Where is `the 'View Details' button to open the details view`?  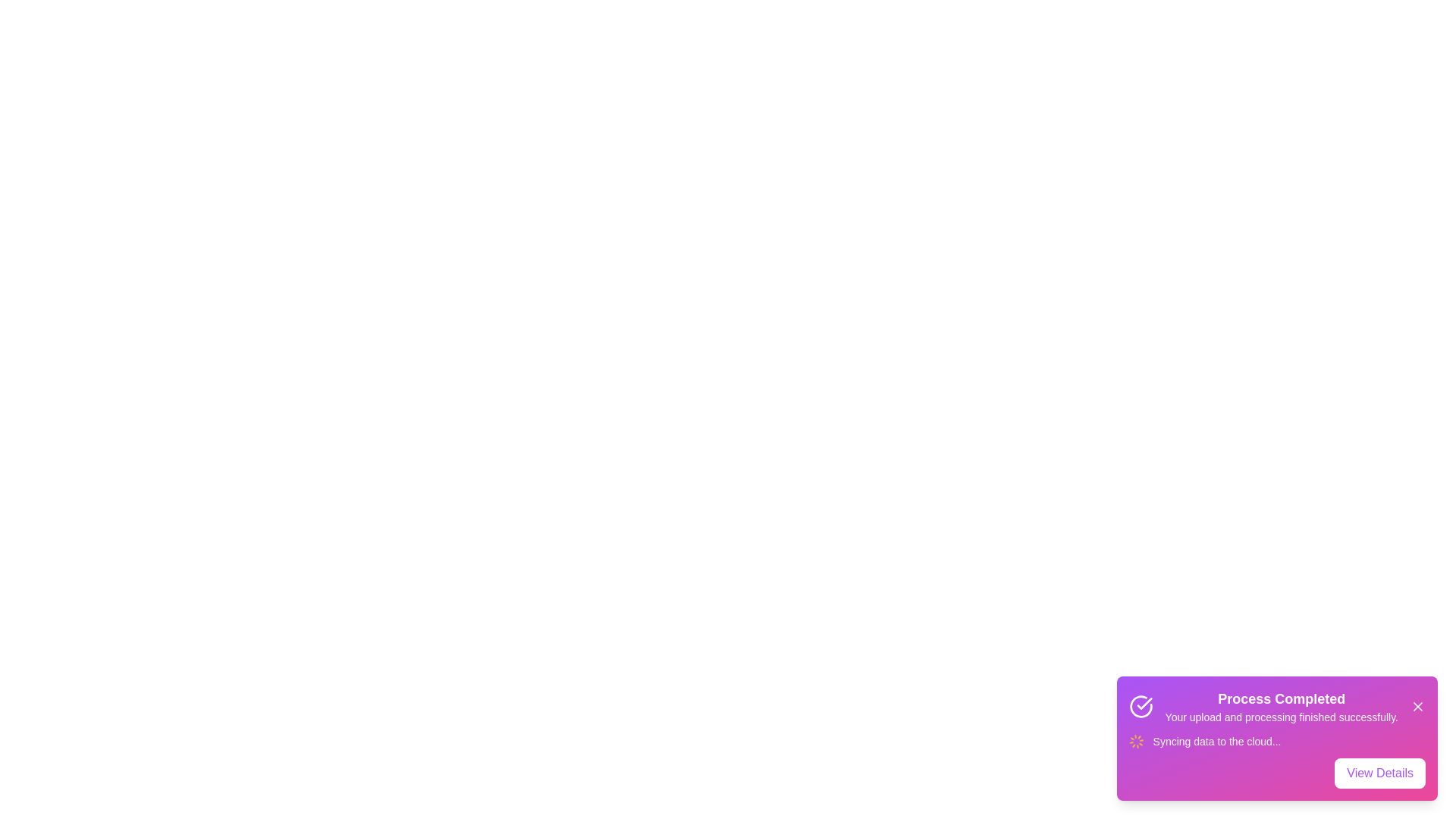 the 'View Details' button to open the details view is located at coordinates (1379, 773).